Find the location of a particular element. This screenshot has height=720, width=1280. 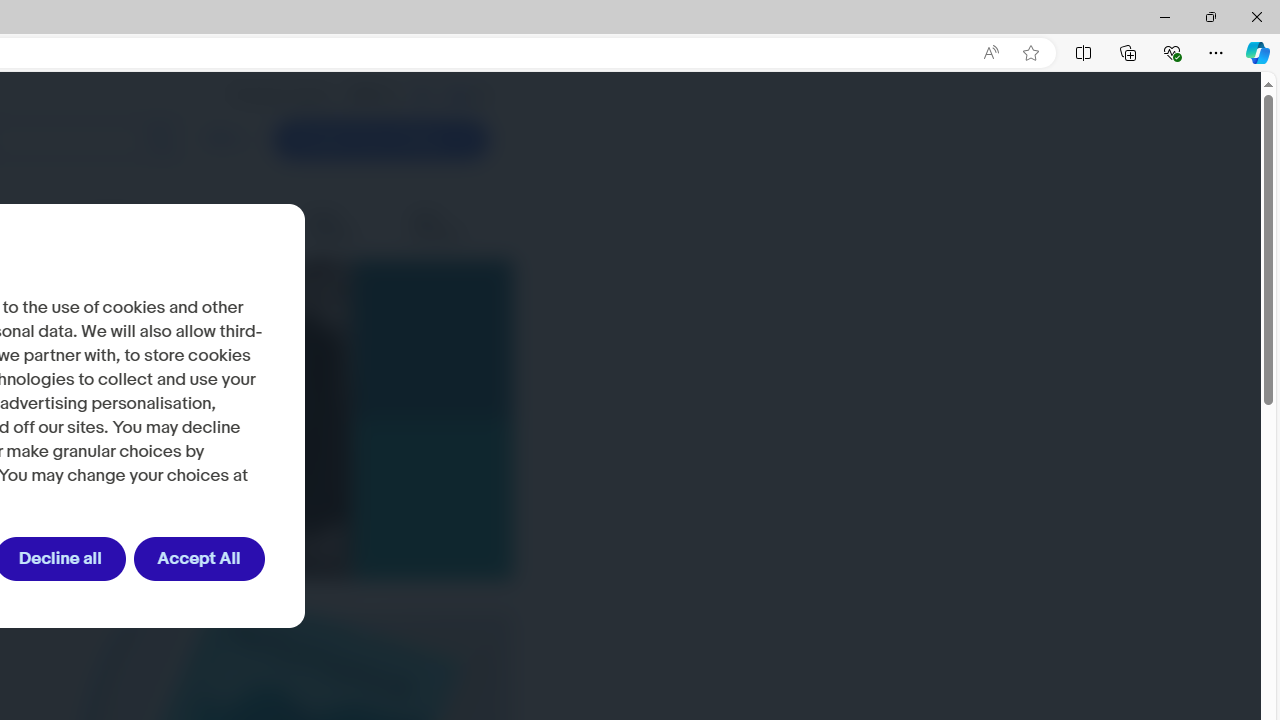

'Add this page to favorites (Ctrl+D)' is located at coordinates (1031, 52).